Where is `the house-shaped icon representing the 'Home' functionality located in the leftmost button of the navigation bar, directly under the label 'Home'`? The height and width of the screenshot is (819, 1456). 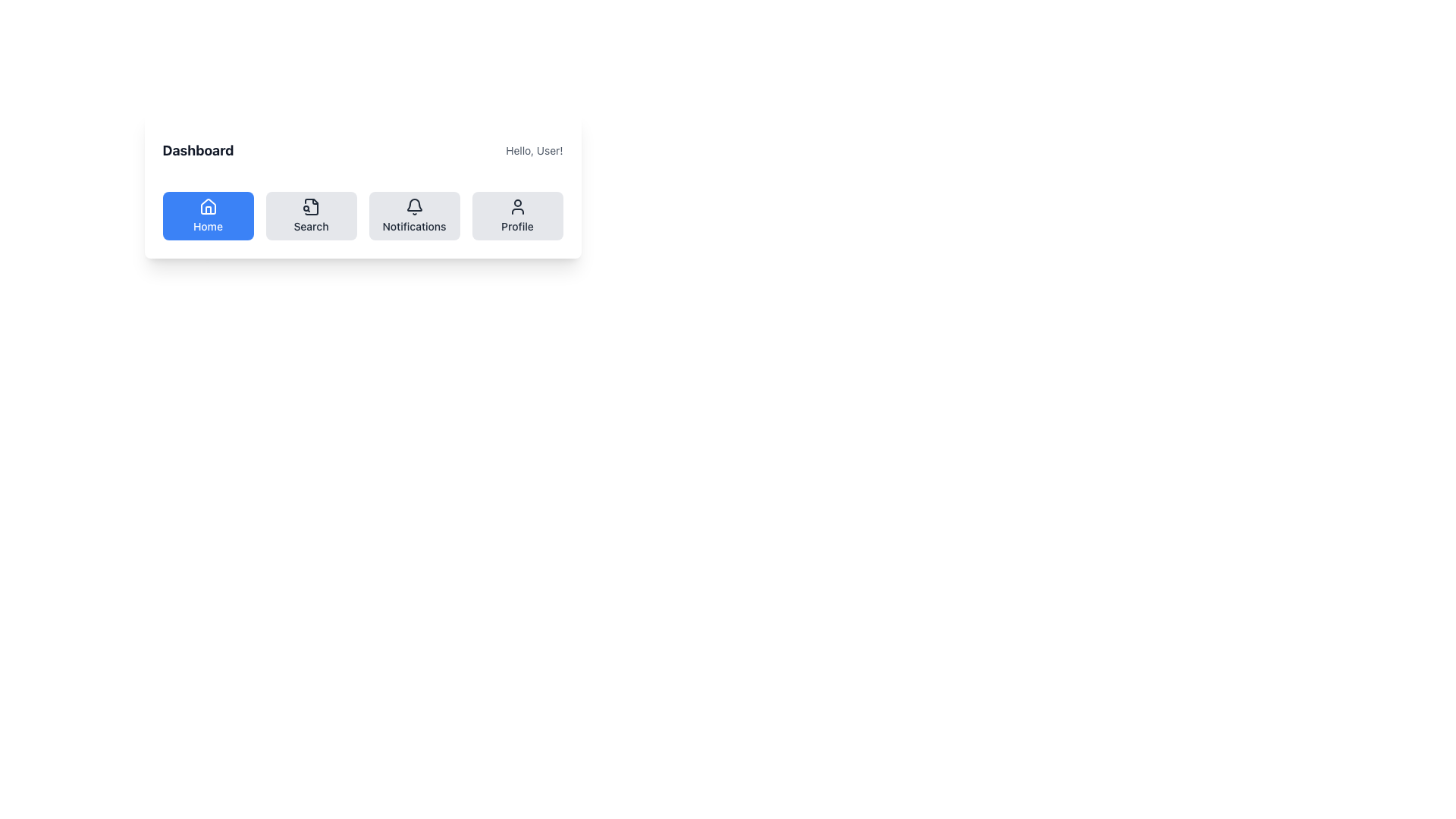
the house-shaped icon representing the 'Home' functionality located in the leftmost button of the navigation bar, directly under the label 'Home' is located at coordinates (207, 206).